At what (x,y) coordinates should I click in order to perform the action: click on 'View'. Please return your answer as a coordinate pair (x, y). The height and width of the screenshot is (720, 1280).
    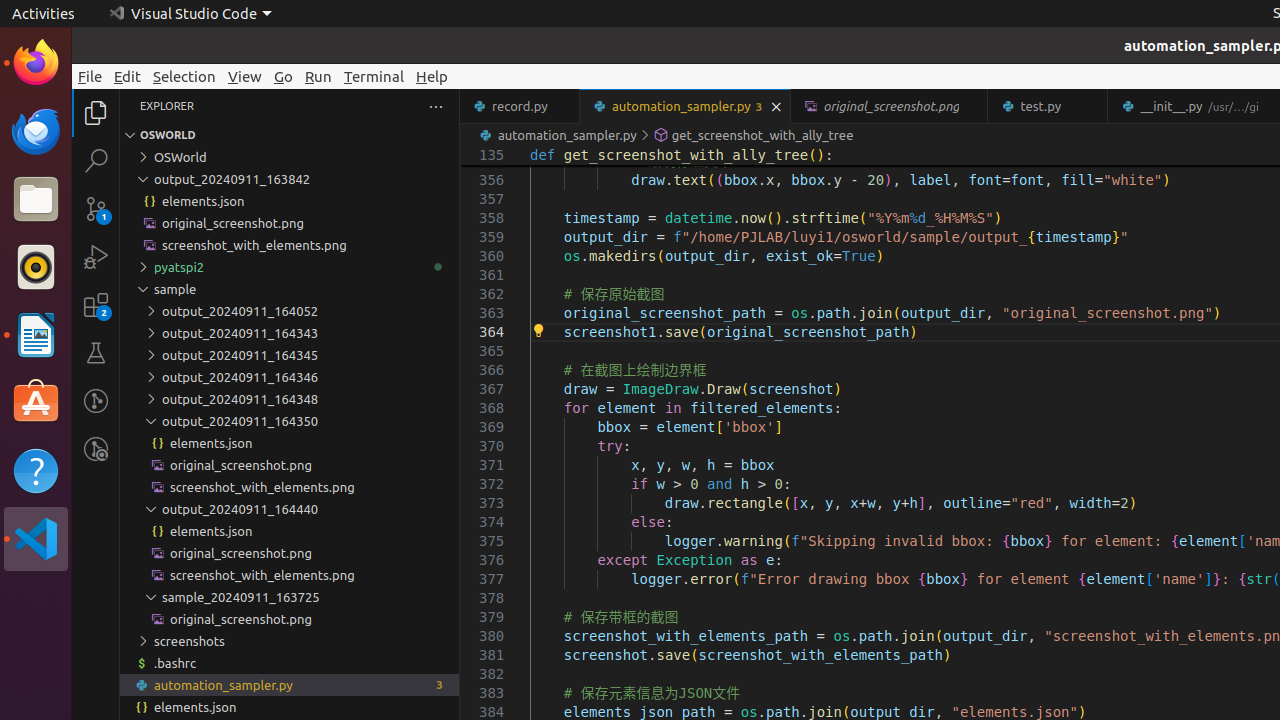
    Looking at the image, I should click on (243, 75).